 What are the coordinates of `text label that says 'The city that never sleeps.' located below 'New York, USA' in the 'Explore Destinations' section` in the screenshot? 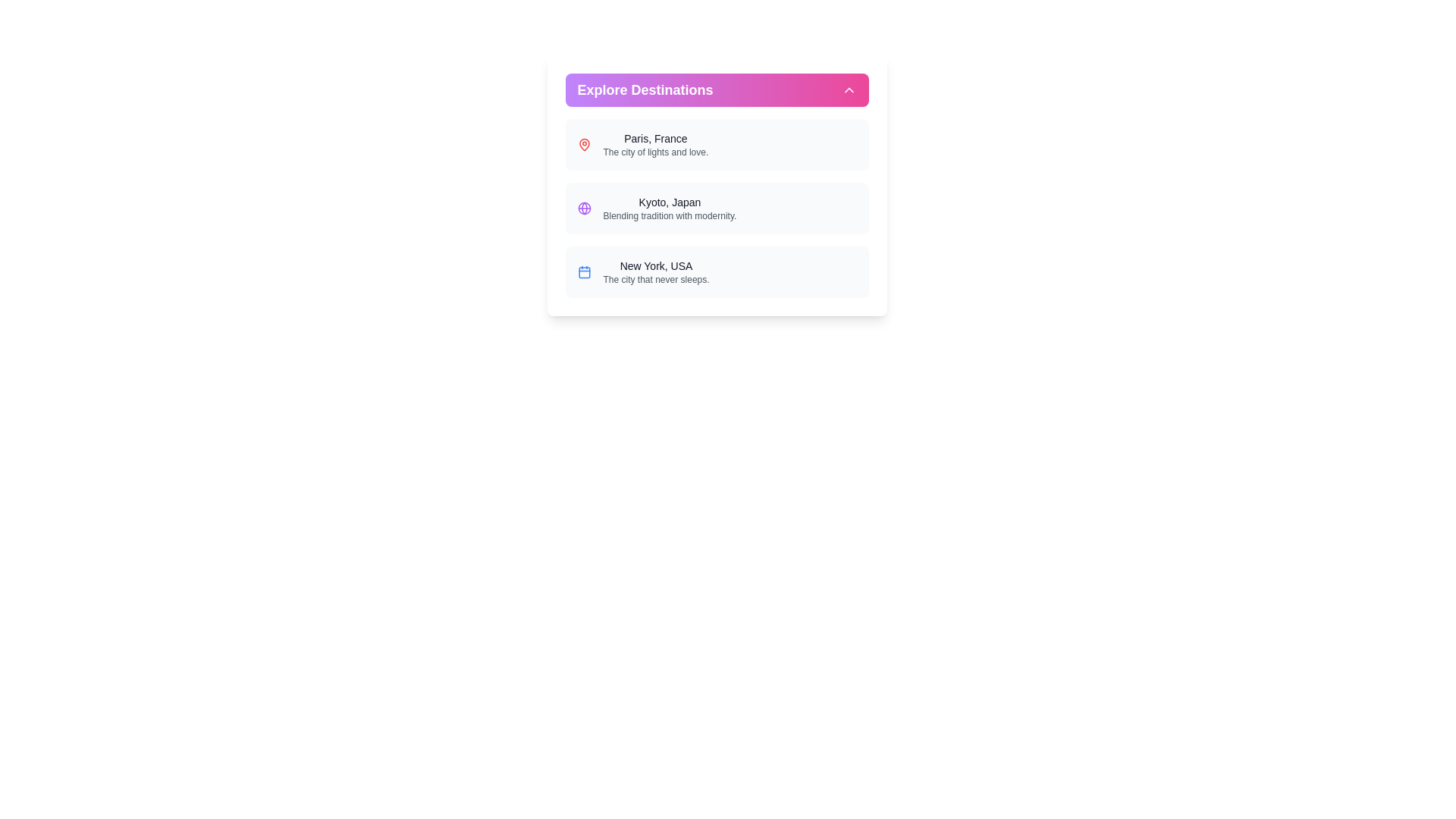 It's located at (656, 280).